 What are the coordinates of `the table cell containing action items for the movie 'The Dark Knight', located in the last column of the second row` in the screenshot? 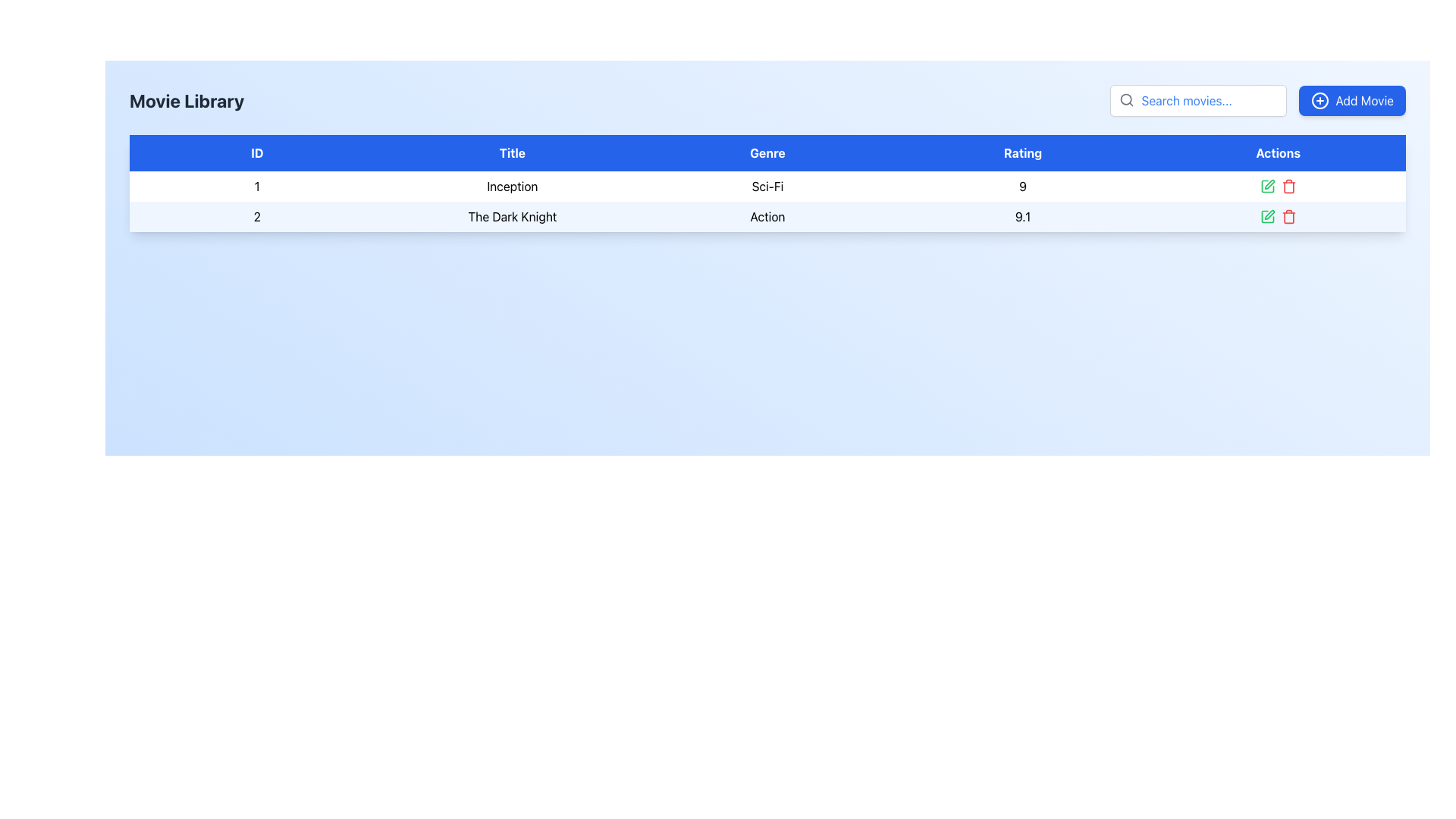 It's located at (1277, 216).